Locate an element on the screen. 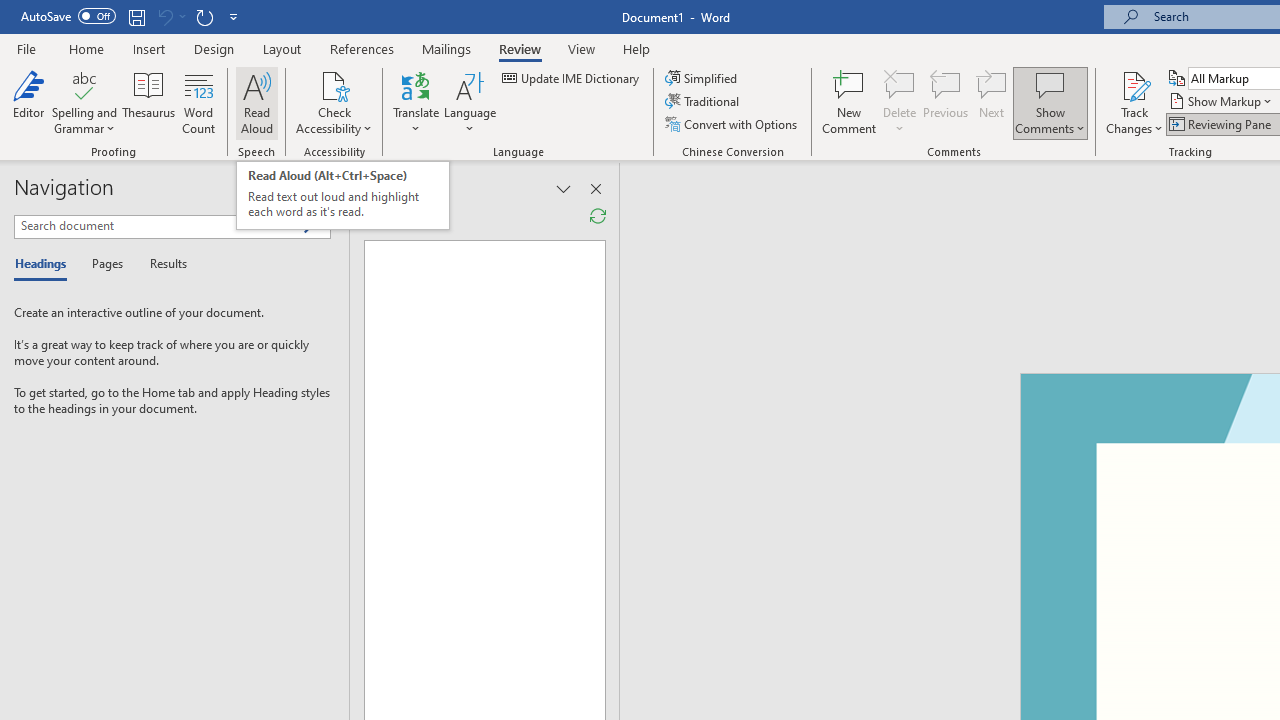 The image size is (1280, 720). 'Repeat Doc Close' is located at coordinates (204, 16).